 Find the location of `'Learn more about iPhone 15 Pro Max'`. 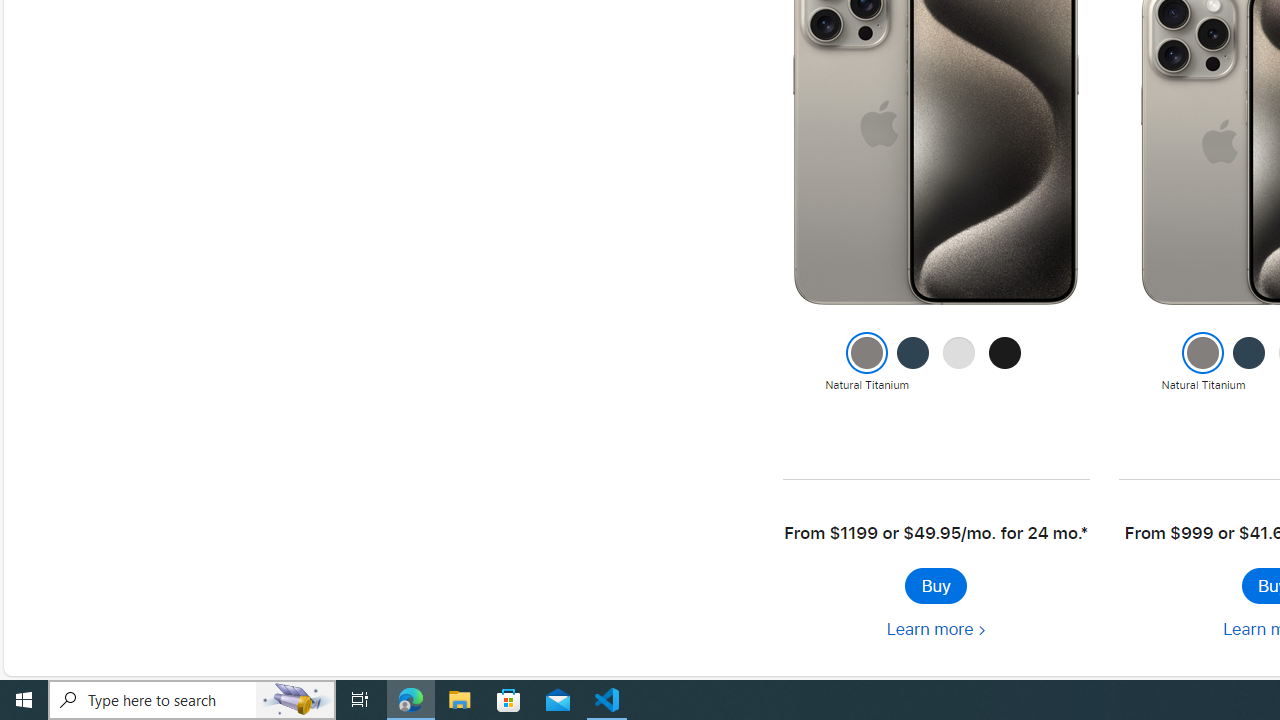

'Learn more about iPhone 15 Pro Max' is located at coordinates (934, 628).